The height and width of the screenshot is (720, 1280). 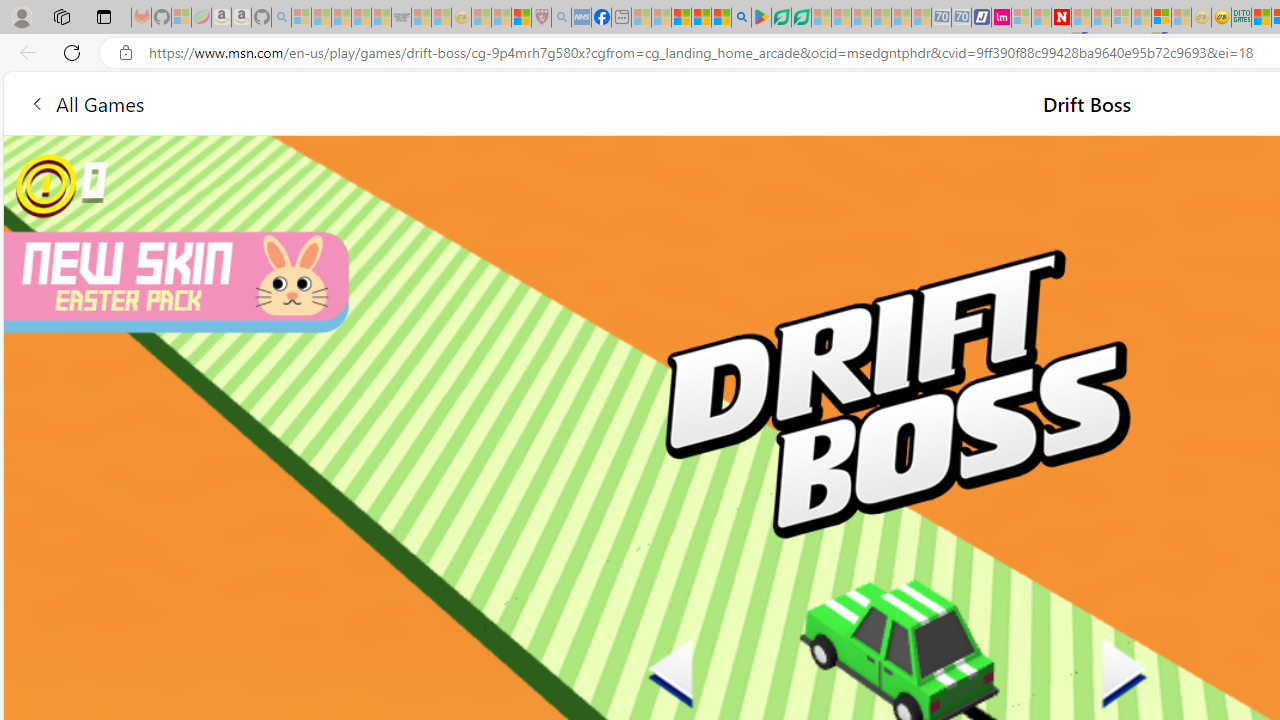 What do you see at coordinates (85, 103) in the screenshot?
I see `'All Games'` at bounding box center [85, 103].